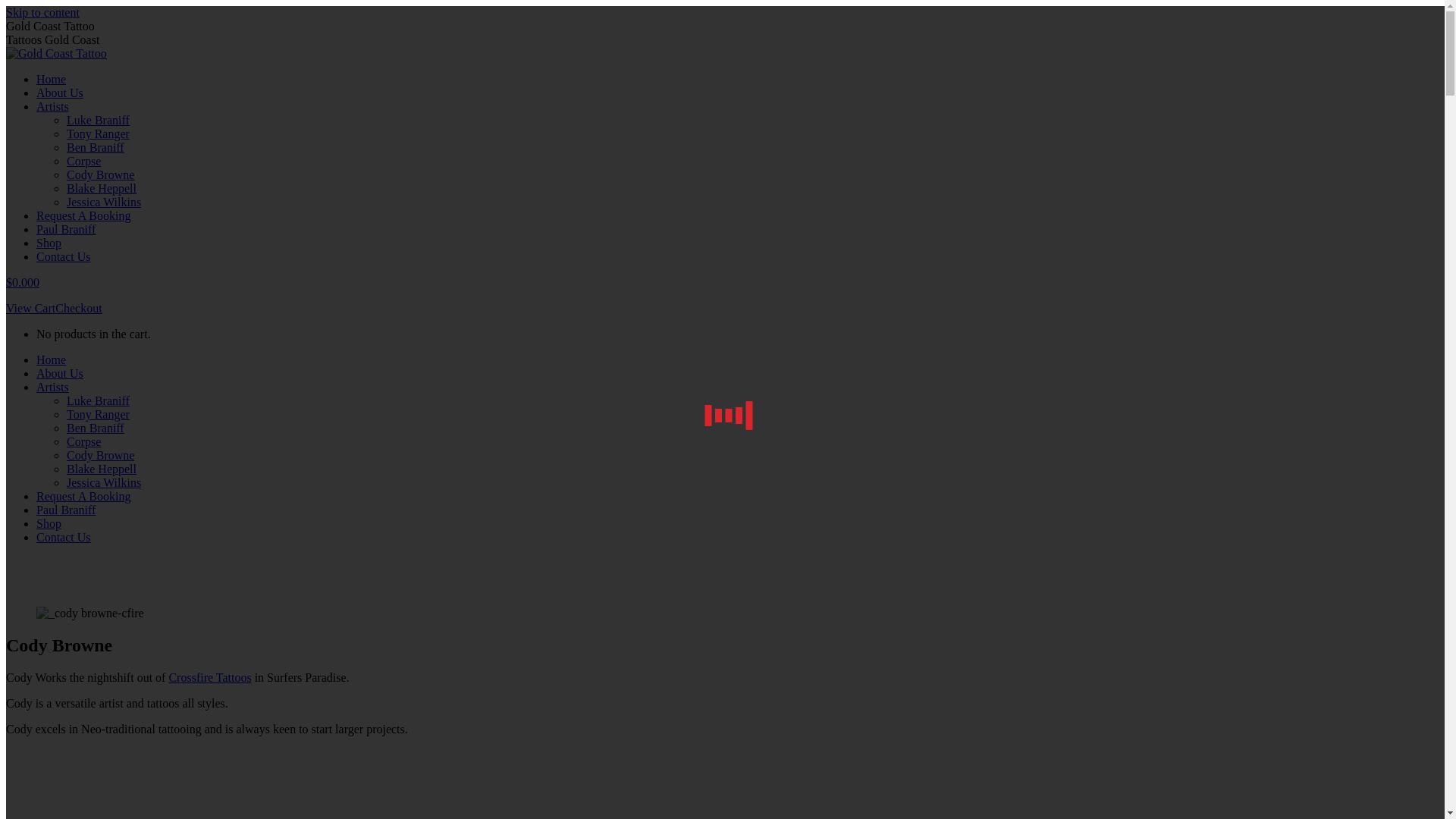  Describe the element at coordinates (6, 282) in the screenshot. I see `'$0.000'` at that location.